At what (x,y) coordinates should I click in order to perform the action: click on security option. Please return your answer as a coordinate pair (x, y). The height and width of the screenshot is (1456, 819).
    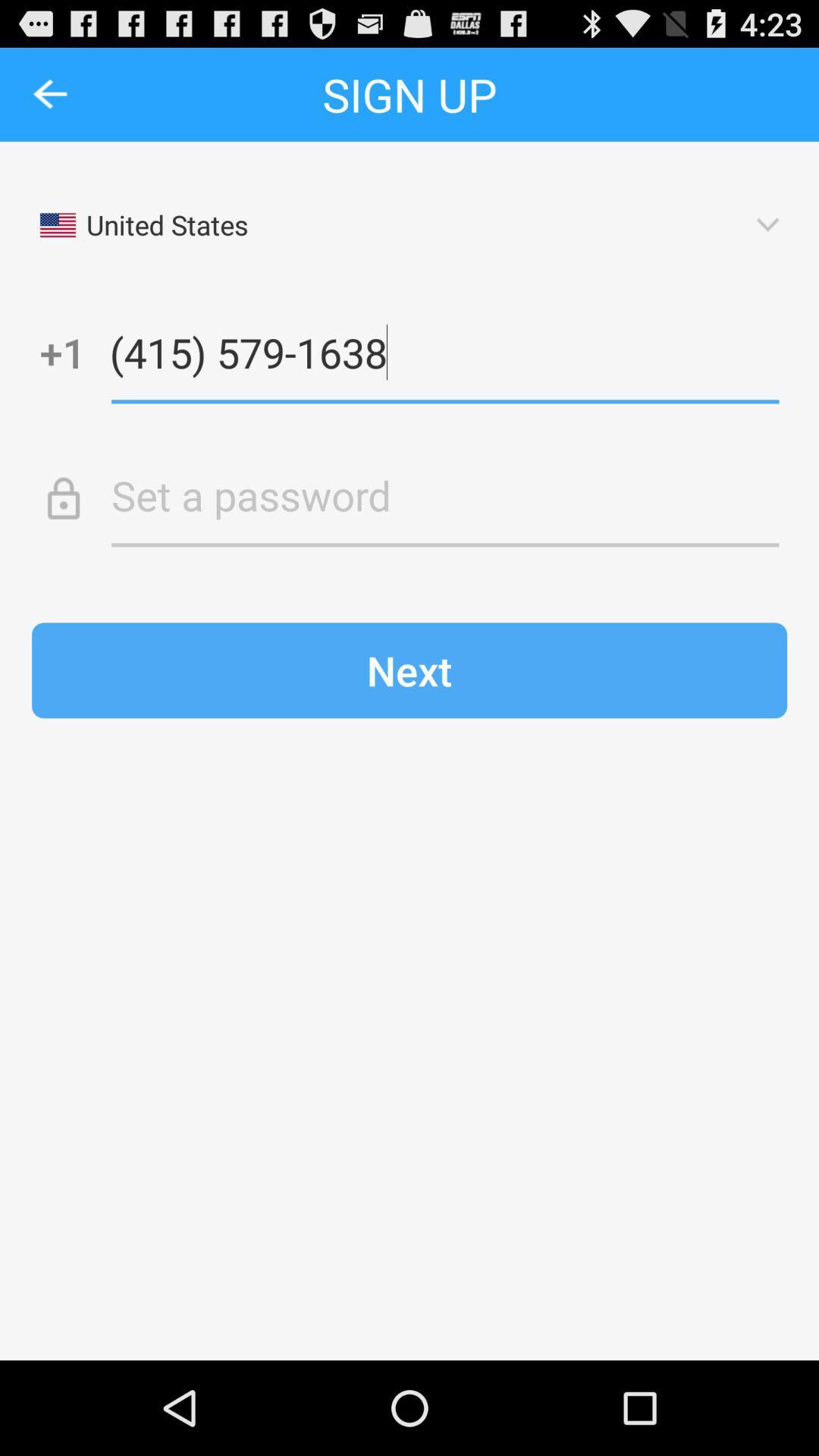
    Looking at the image, I should click on (444, 495).